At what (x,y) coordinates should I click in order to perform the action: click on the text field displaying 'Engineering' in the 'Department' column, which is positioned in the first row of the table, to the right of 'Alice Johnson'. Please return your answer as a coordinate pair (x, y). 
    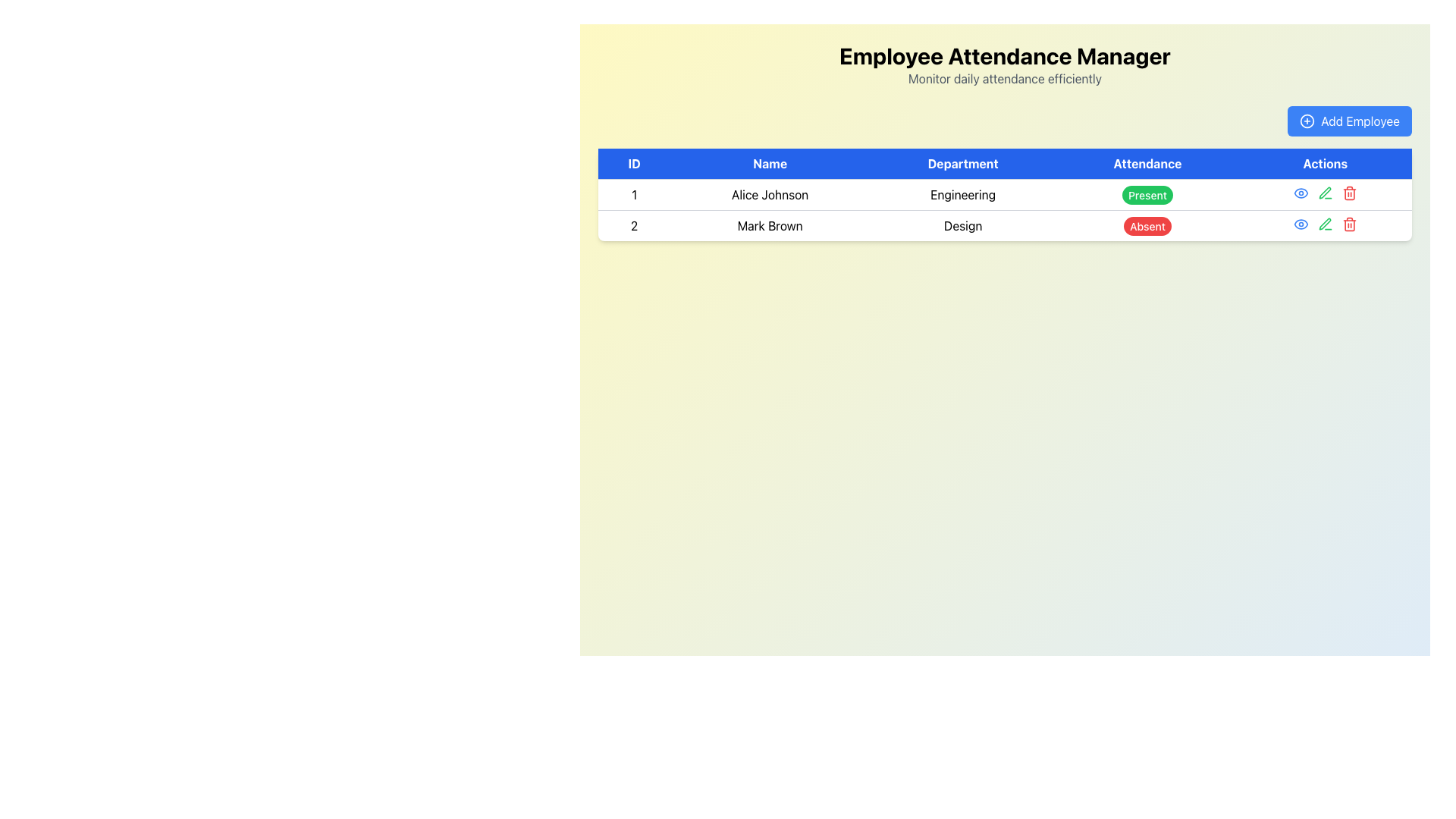
    Looking at the image, I should click on (962, 194).